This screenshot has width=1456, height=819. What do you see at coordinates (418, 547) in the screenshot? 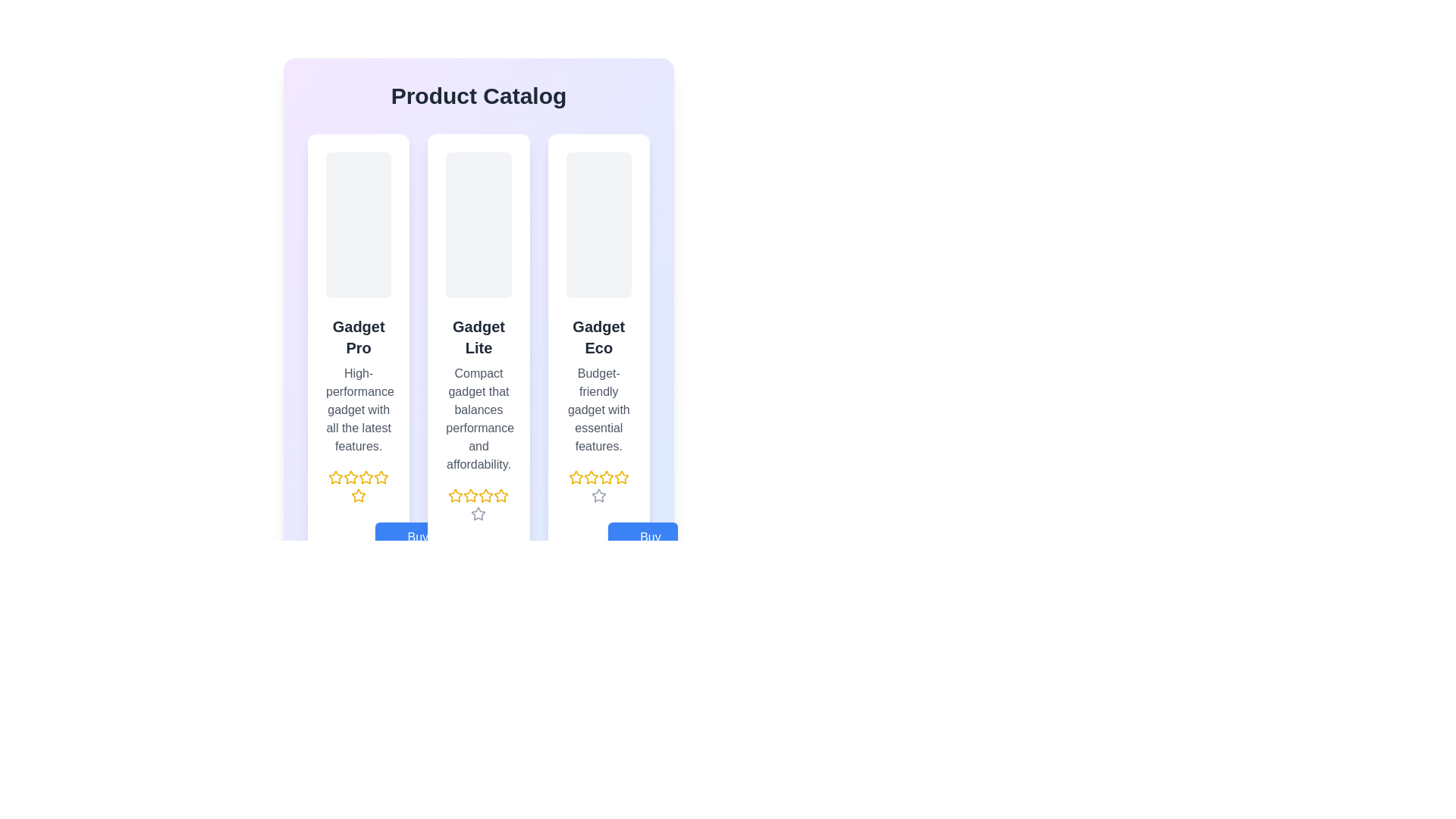
I see `the 'Buy Now' text label located in the blue button at the bottom of the product list` at bounding box center [418, 547].